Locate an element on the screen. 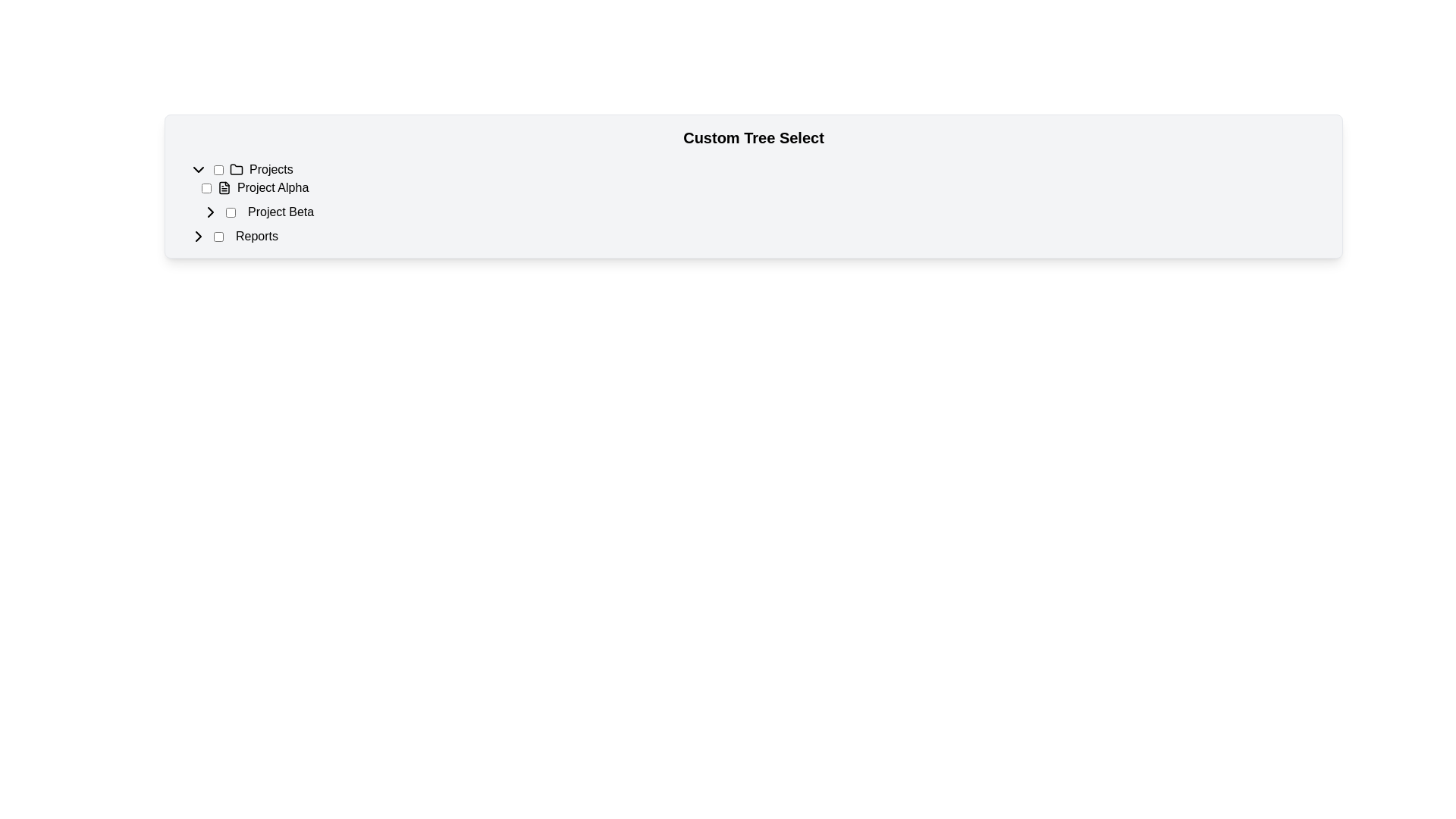 This screenshot has width=1456, height=819. the right-pointing chevron arrow icon adjacent to the text 'Project Beta' within the collapsible section under the 'Projects' category to interact with related contexts is located at coordinates (210, 212).